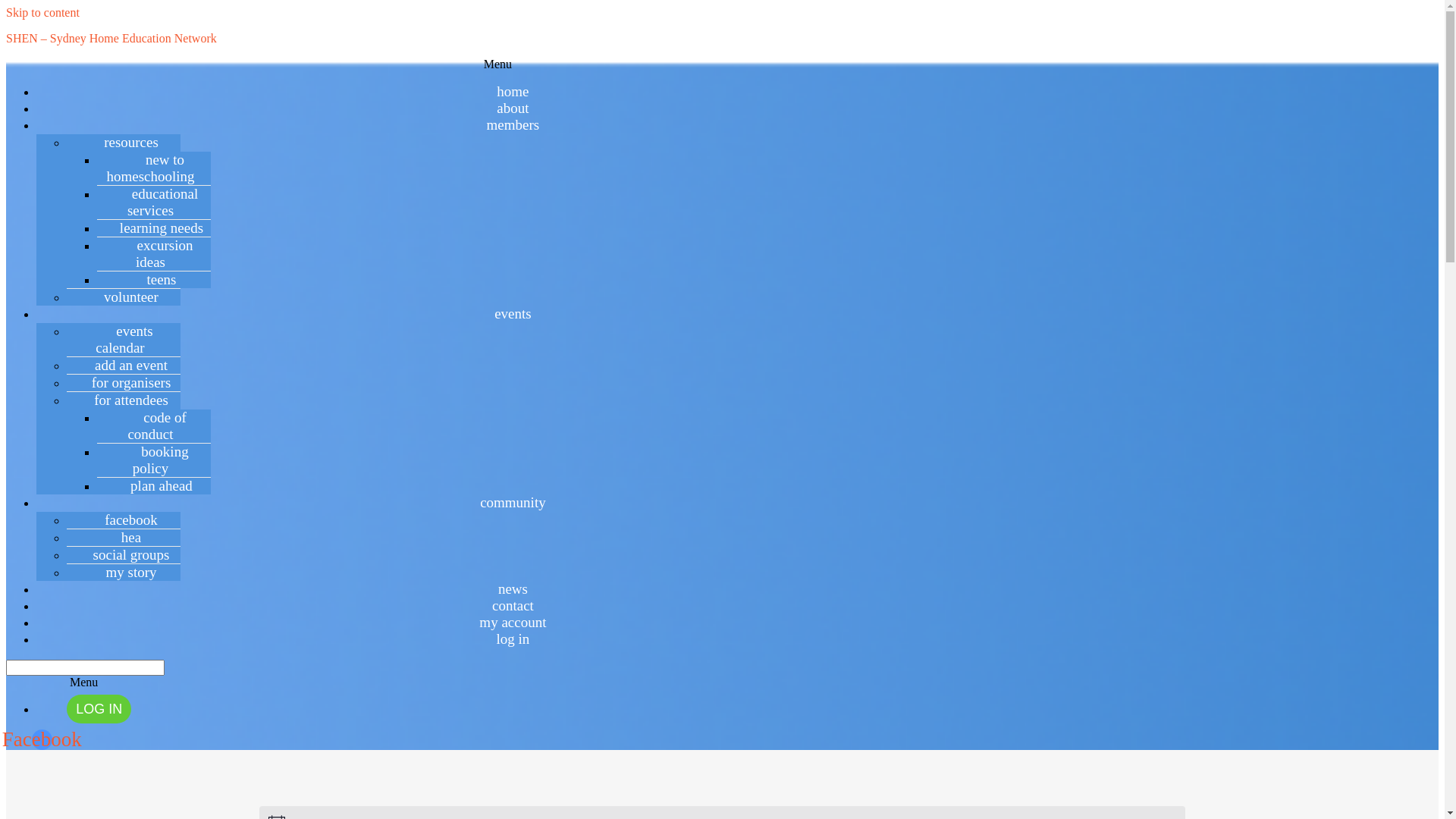  Describe the element at coordinates (124, 297) in the screenshot. I see `'volunteer'` at that location.